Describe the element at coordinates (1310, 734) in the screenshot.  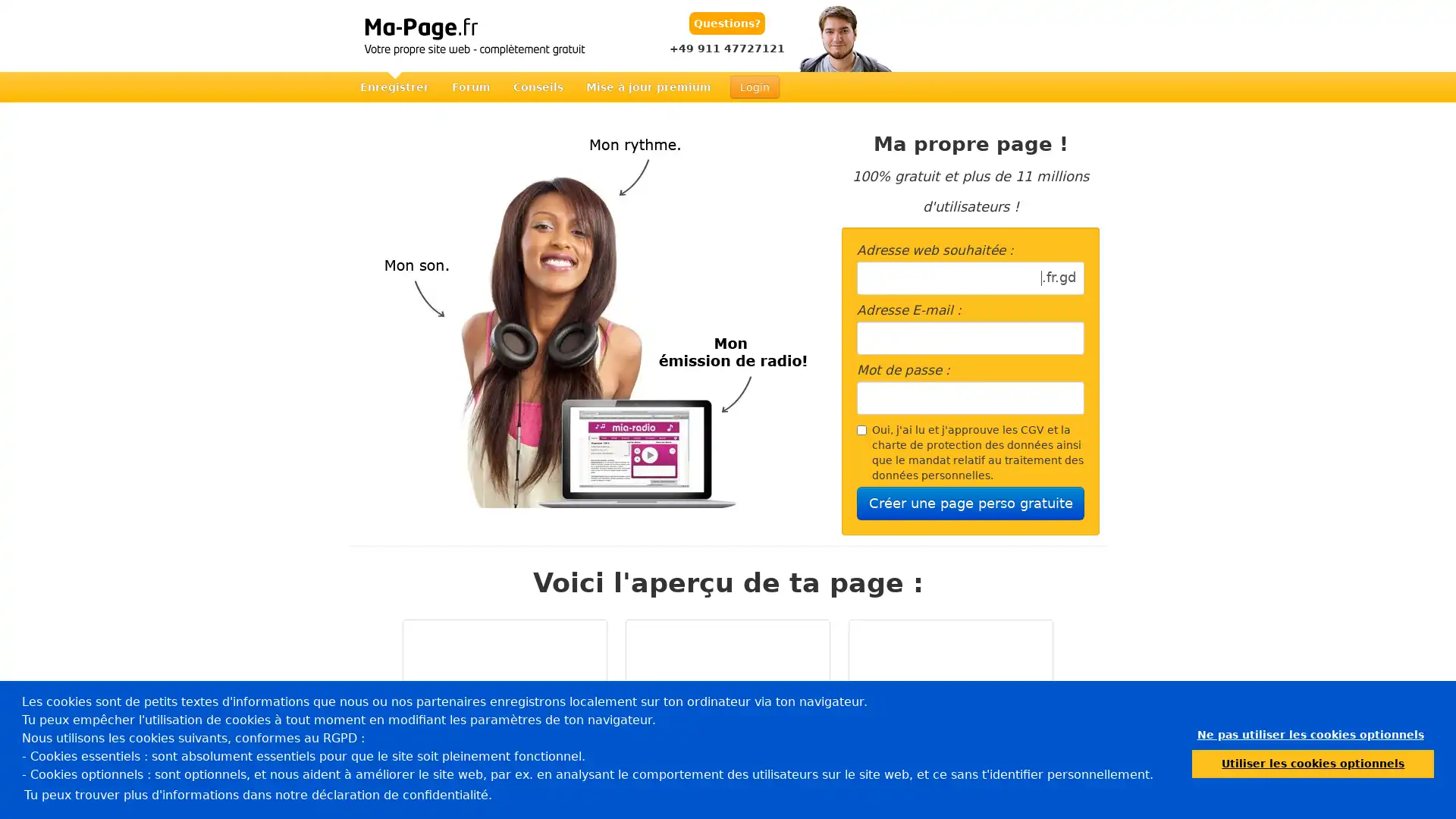
I see `dismiss cookie message` at that location.